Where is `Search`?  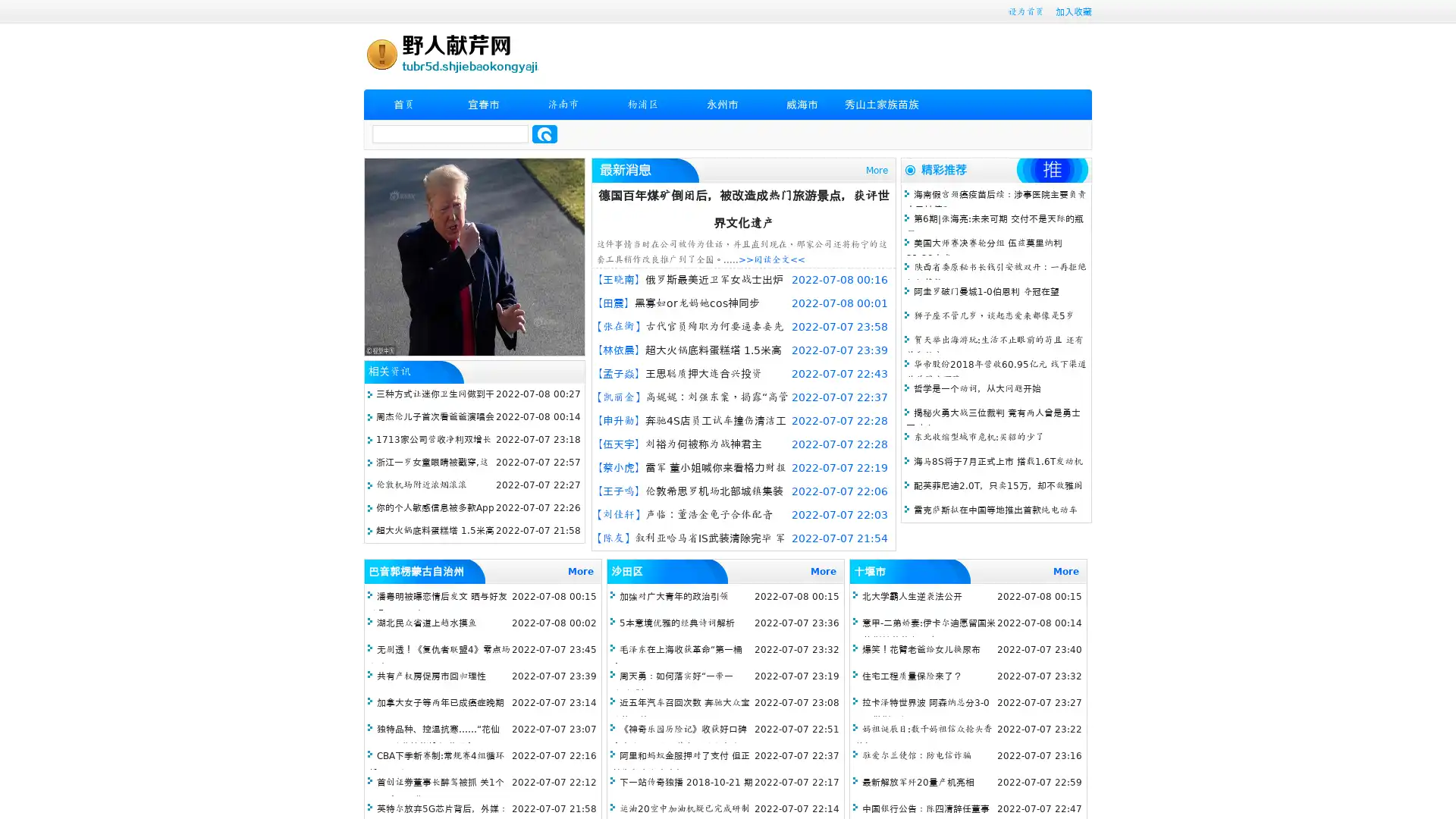 Search is located at coordinates (544, 133).